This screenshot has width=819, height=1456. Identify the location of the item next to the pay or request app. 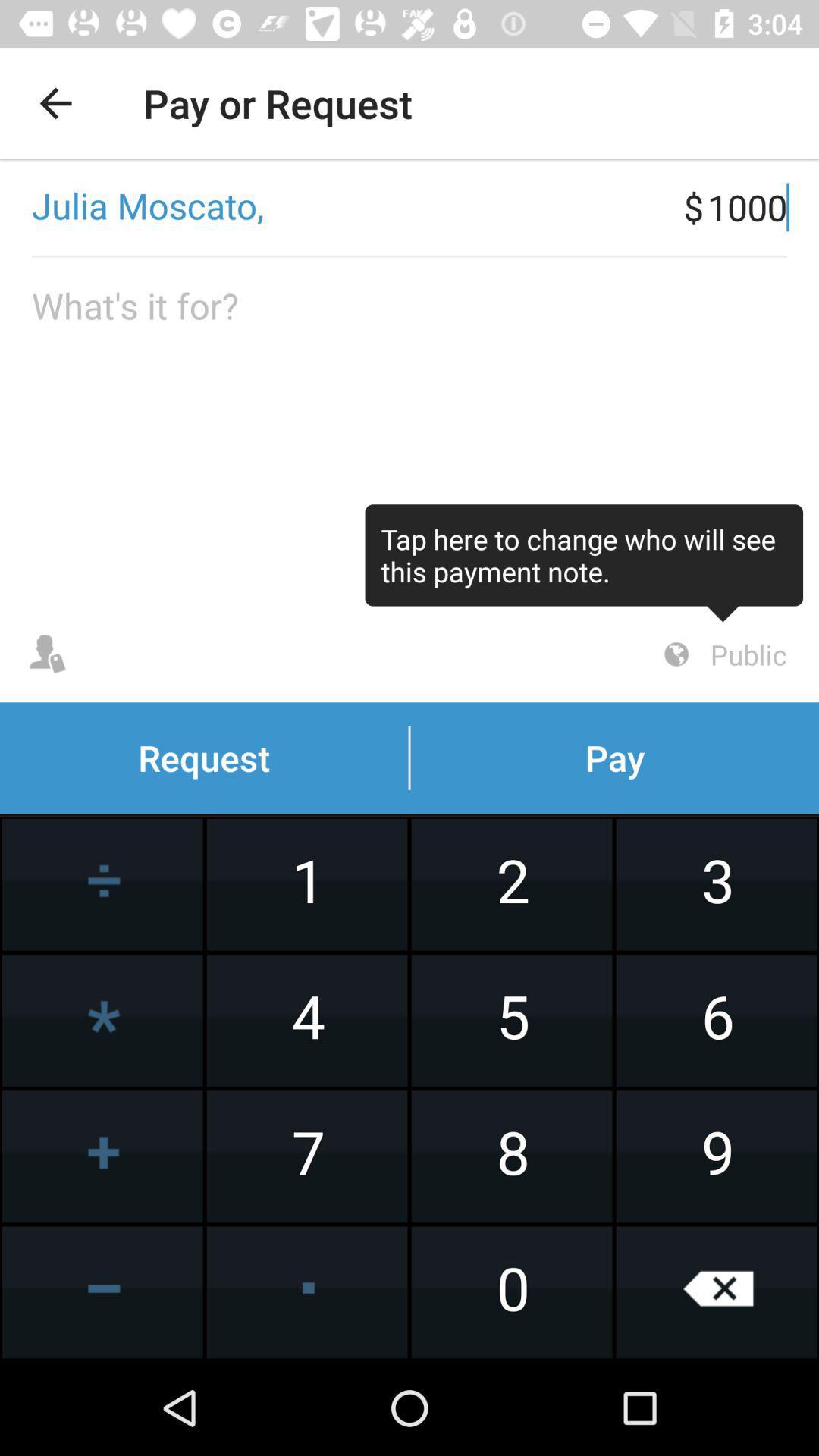
(55, 102).